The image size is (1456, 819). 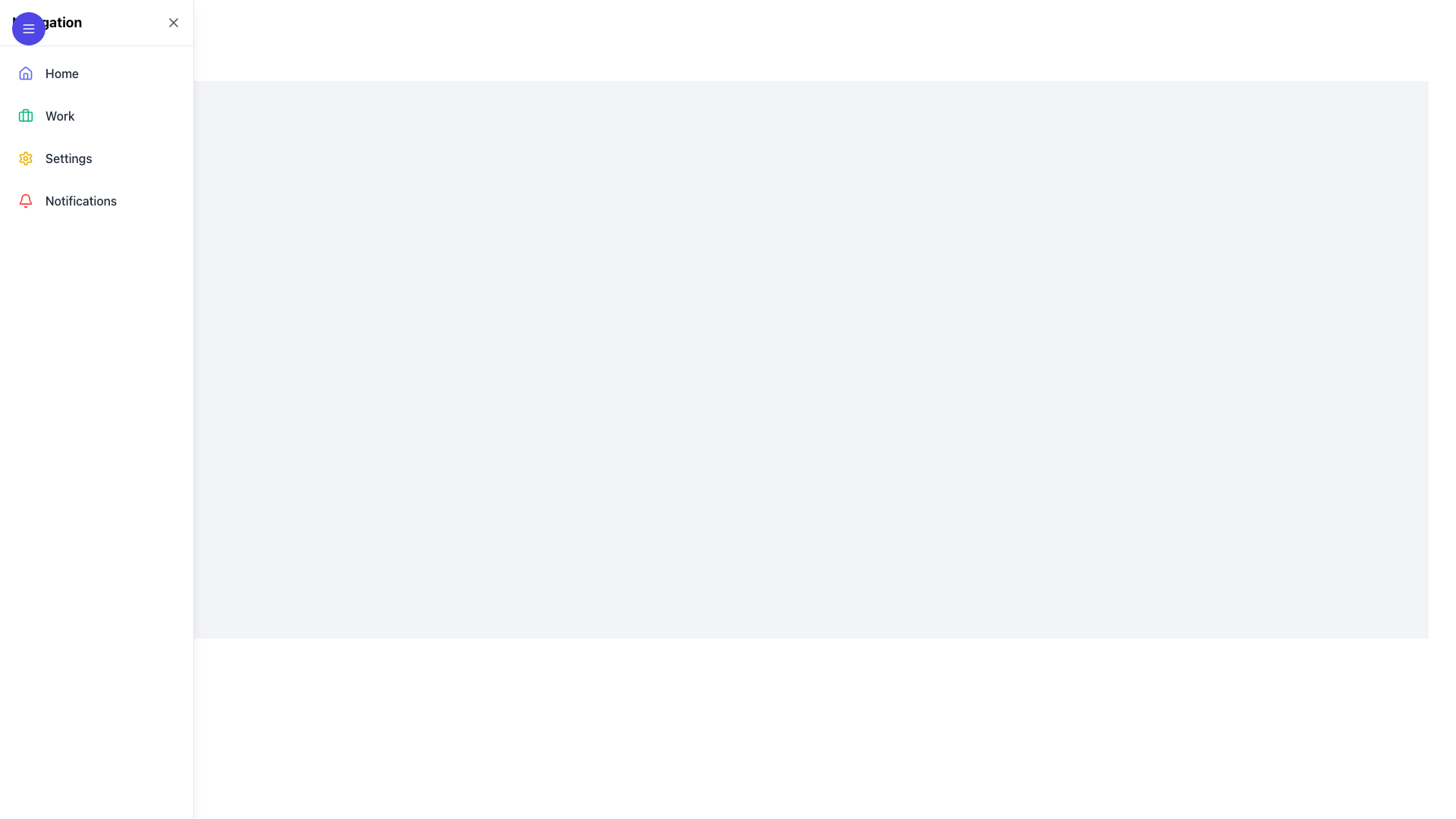 I want to click on the 'Home' text label in the left-side navigation menu, which is styled with a medium font weight and dark gray color (#4B5563), located immediately to the right of a house icon, so click(x=61, y=73).